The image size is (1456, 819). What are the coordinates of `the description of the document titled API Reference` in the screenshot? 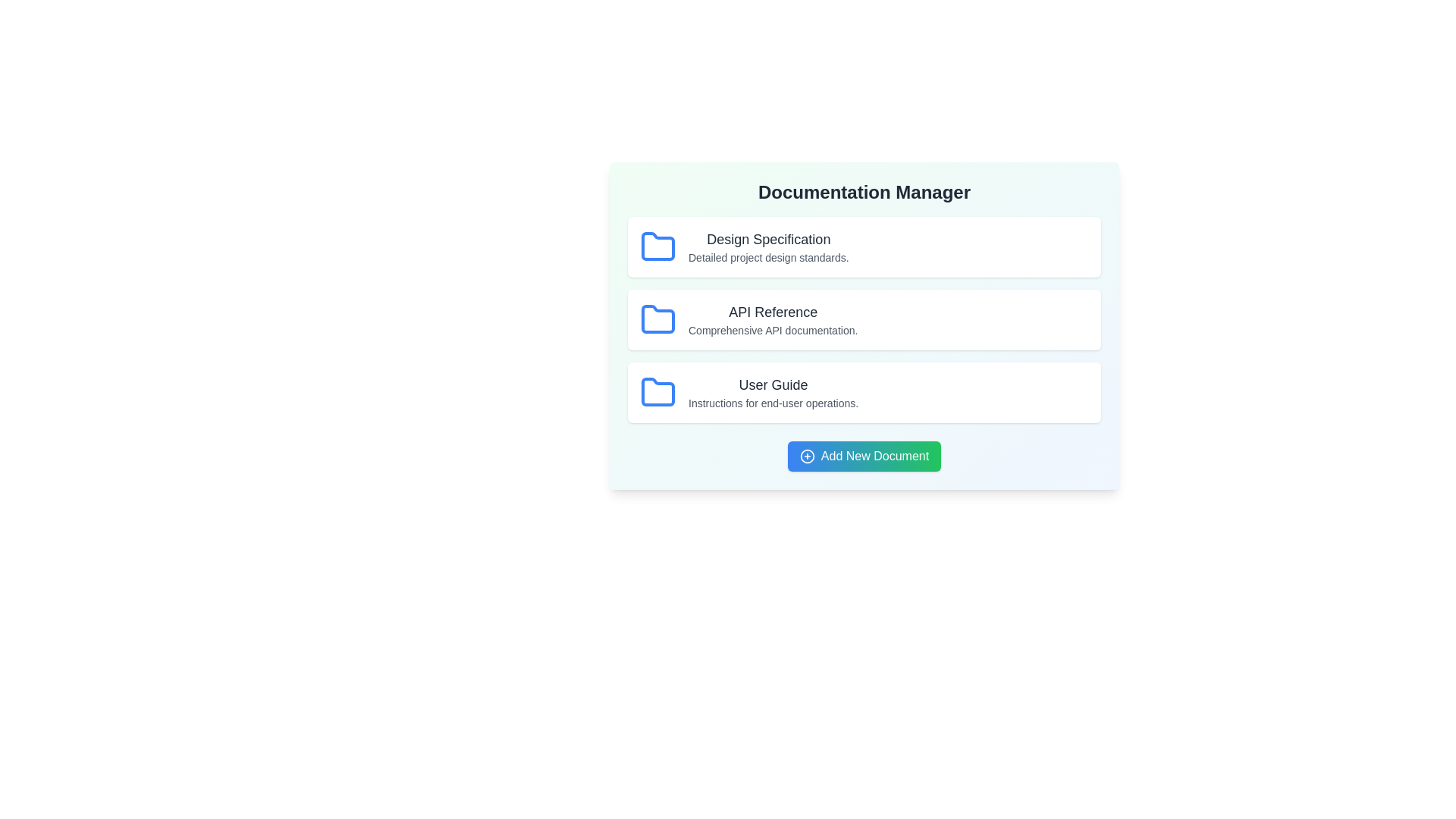 It's located at (773, 329).